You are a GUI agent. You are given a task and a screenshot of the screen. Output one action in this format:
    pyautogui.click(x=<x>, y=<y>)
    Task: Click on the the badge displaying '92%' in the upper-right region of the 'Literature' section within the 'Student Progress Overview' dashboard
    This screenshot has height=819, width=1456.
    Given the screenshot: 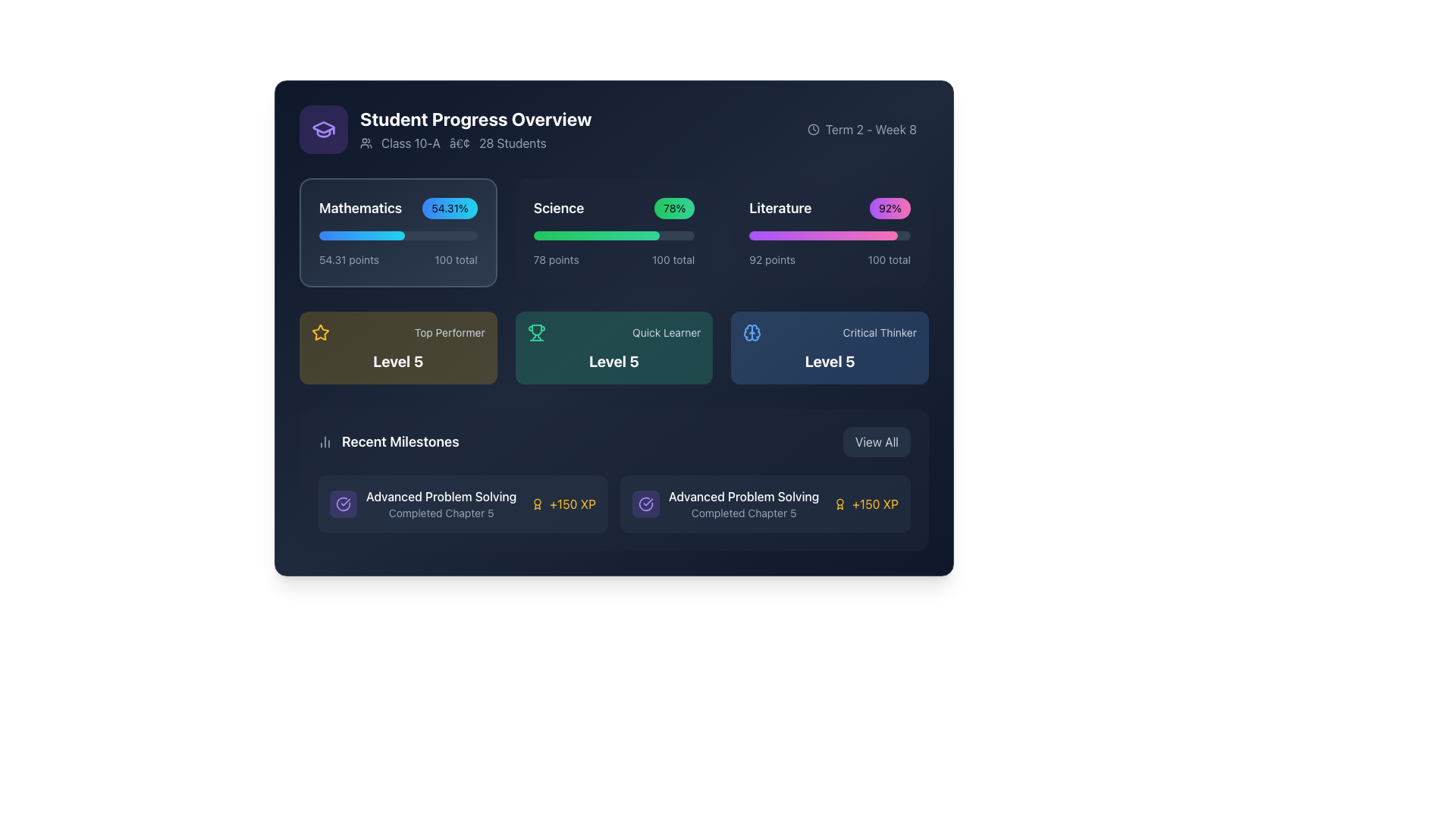 What is the action you would take?
    pyautogui.click(x=890, y=208)
    